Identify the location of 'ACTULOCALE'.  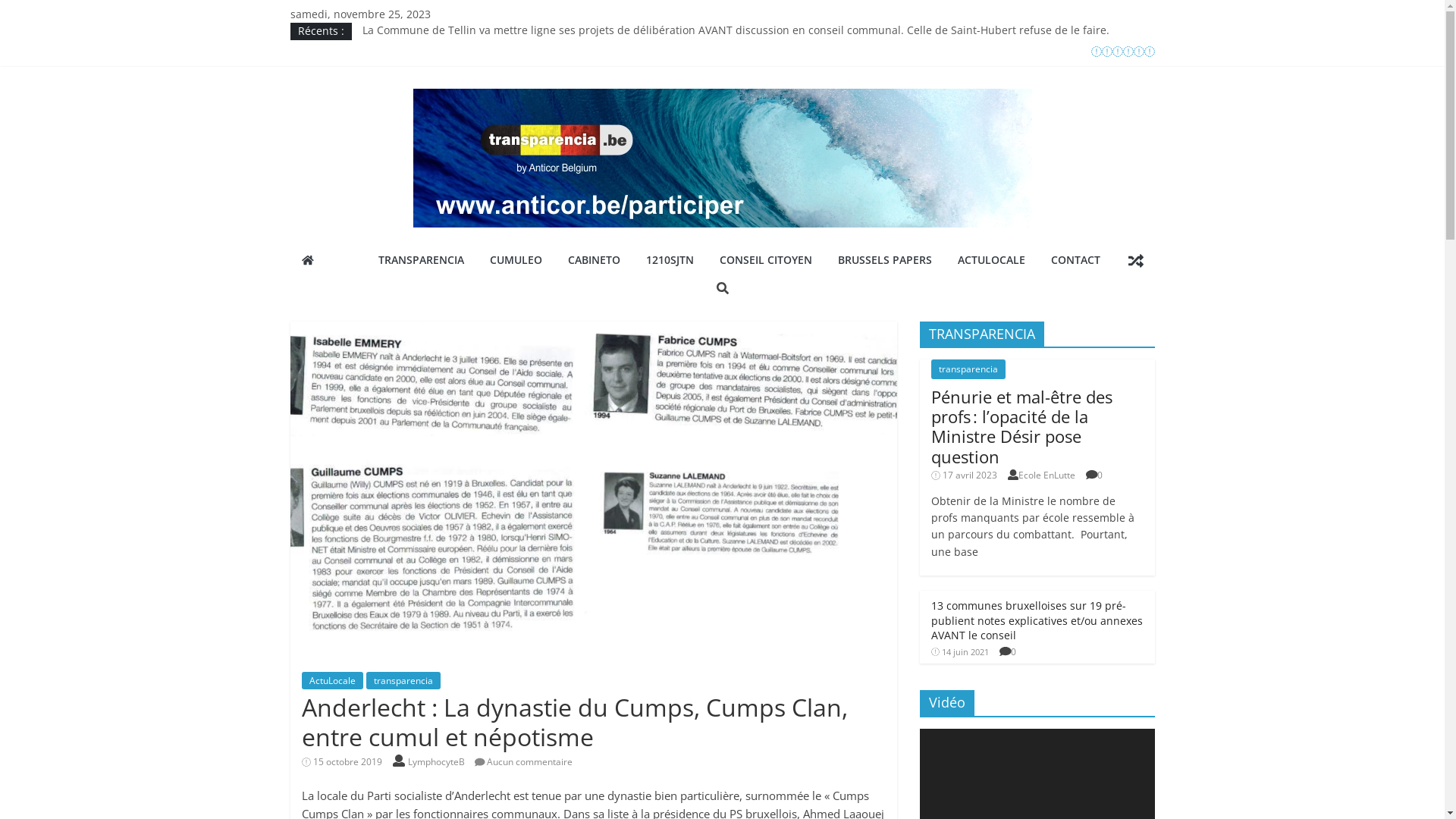
(946, 259).